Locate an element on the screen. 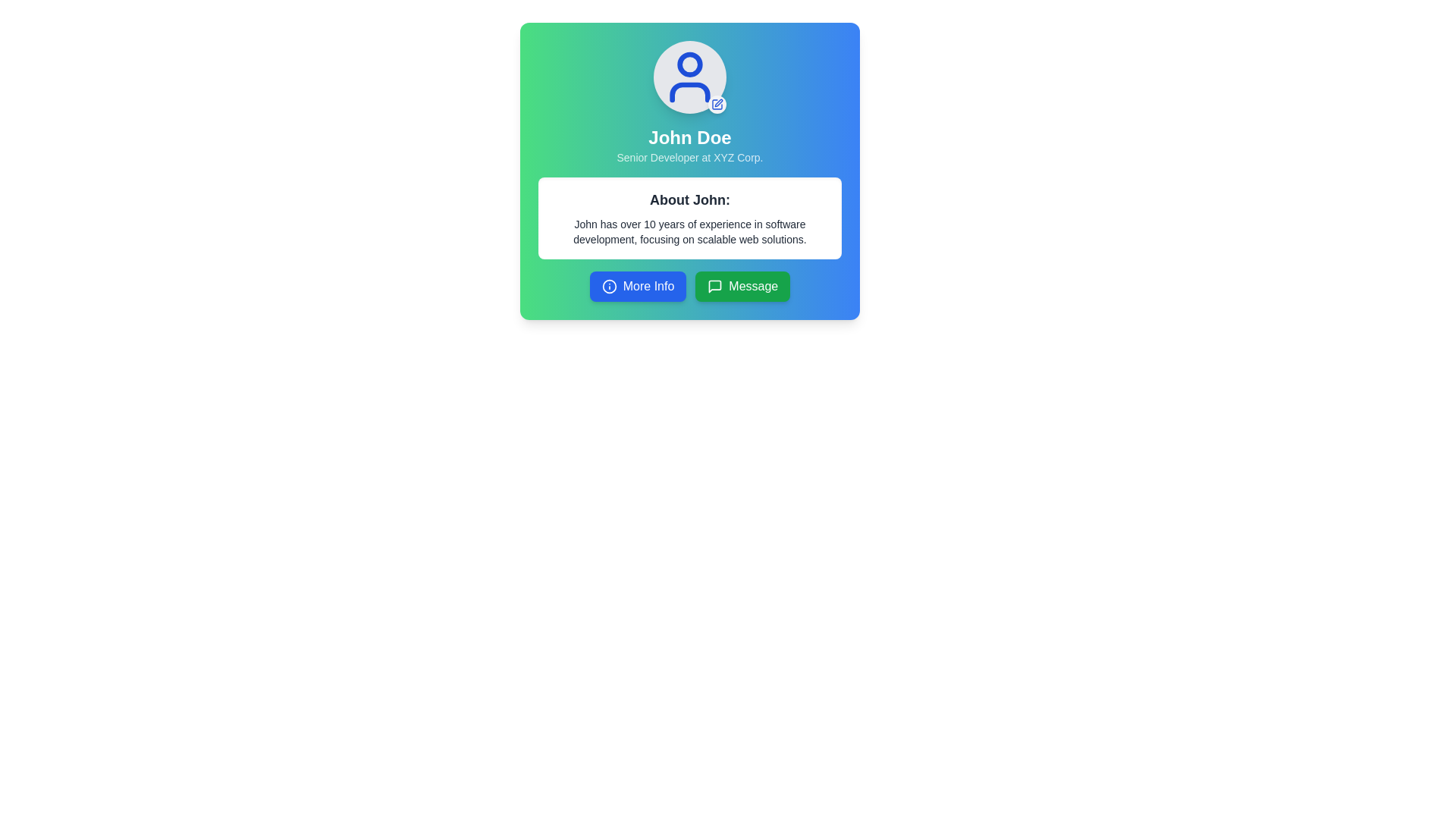  information displayed in the Informational Text Section about John's professional experience, which is a white card with rounded corners and a shadow effect, located centrally between the header 'John Doe' and the buttons 'More Info' and 'Message' is located at coordinates (689, 218).